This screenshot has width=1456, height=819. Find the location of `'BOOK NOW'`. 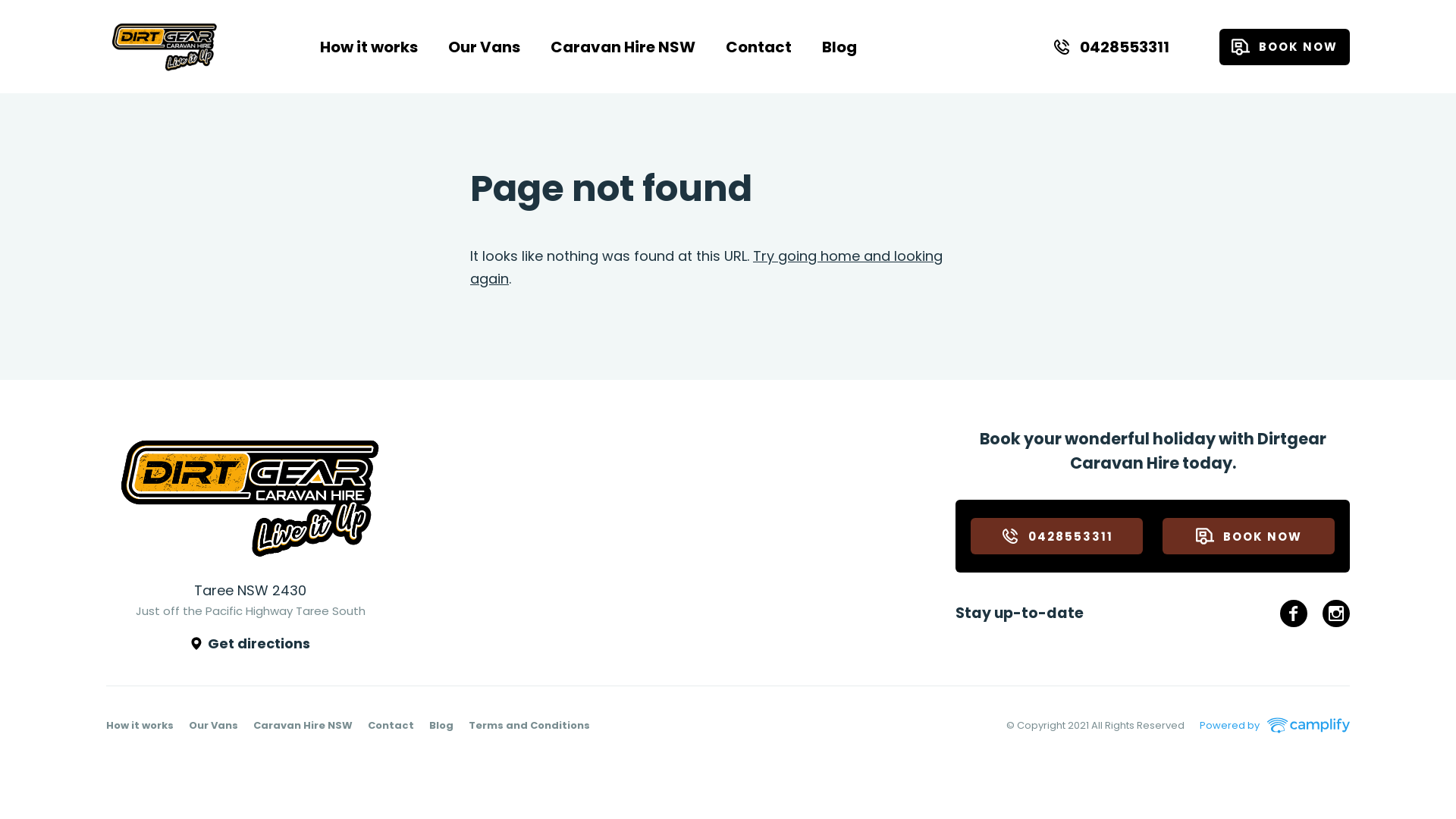

'BOOK NOW' is located at coordinates (1248, 535).